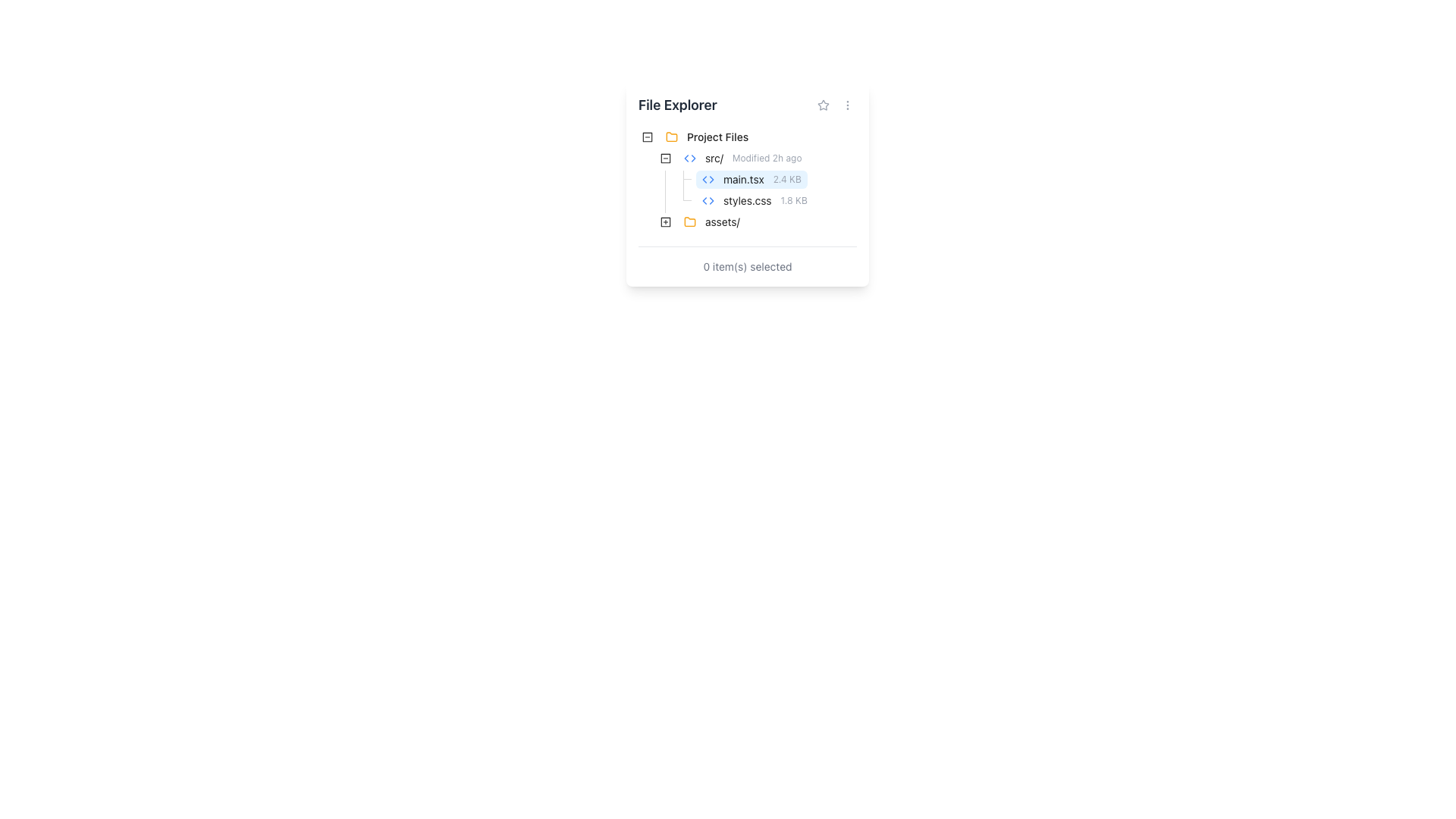  Describe the element at coordinates (743, 178) in the screenshot. I see `the Text label indicating the name of a TypeScript JSX file in the file explorer` at that location.